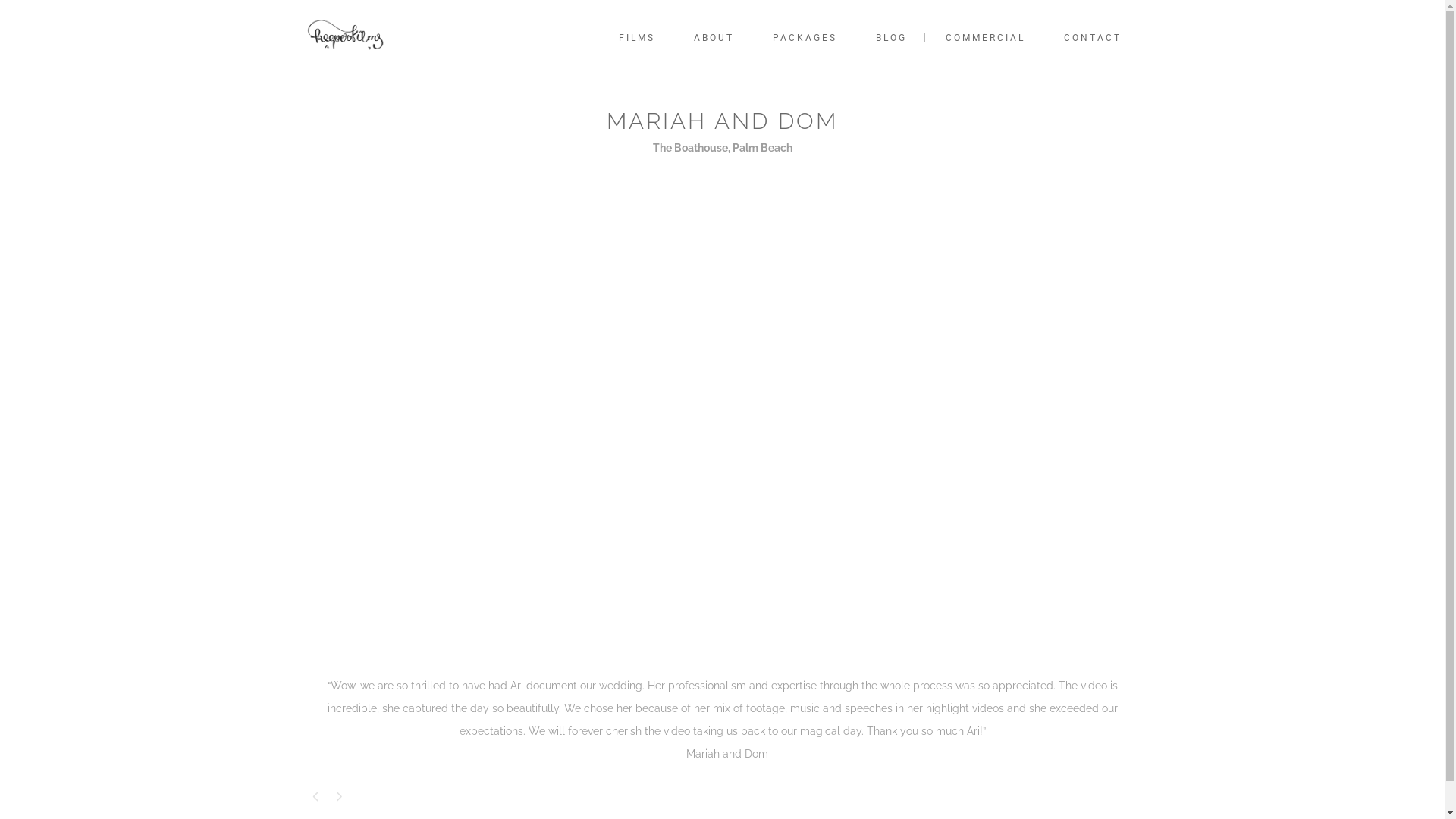  Describe the element at coordinates (1092, 37) in the screenshot. I see `'CONTACT'` at that location.